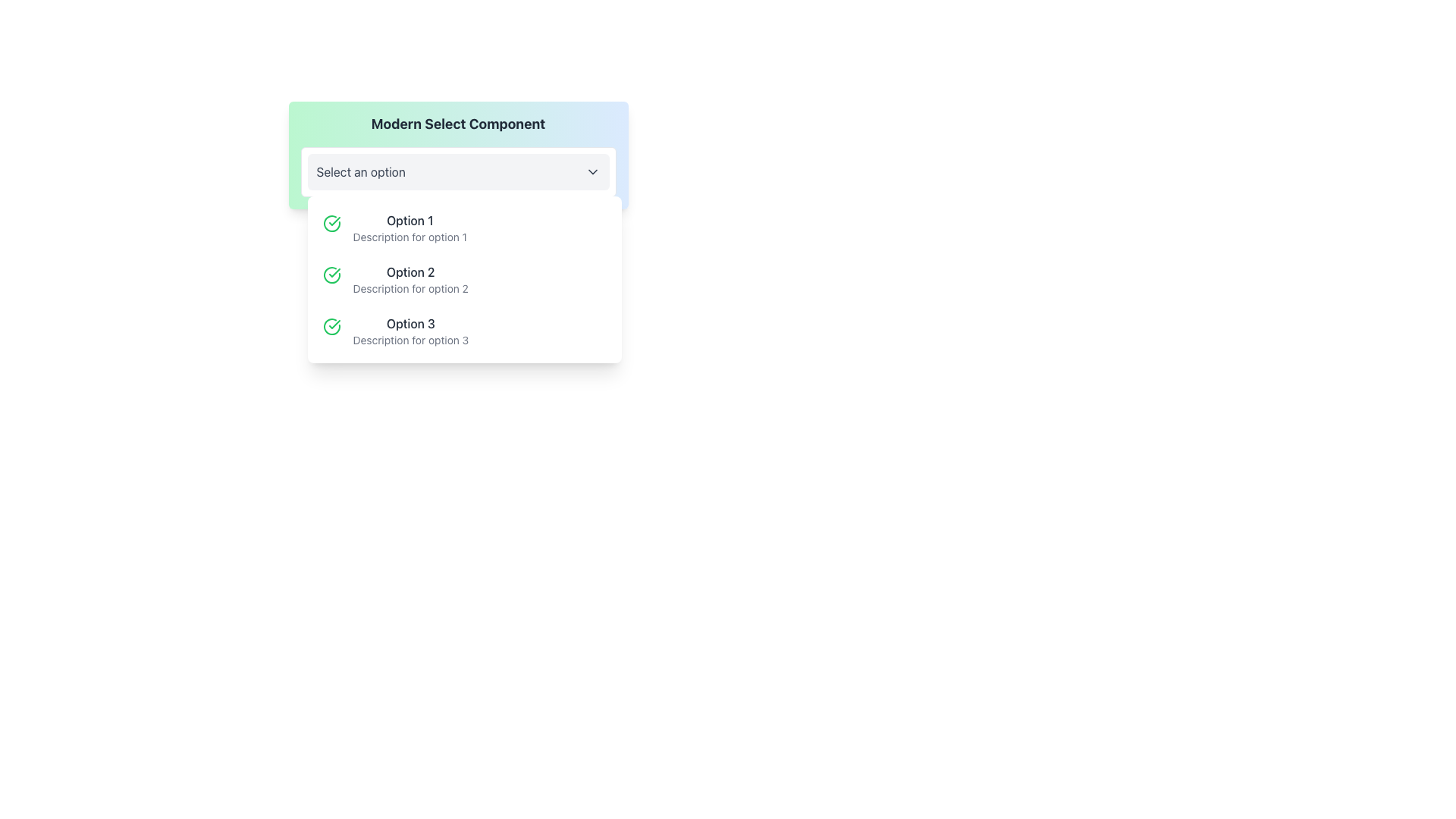 The width and height of the screenshot is (1456, 819). What do you see at coordinates (457, 171) in the screenshot?
I see `the dropdown menu located directly below the 'Modern Select Component' label to indicate active selection` at bounding box center [457, 171].